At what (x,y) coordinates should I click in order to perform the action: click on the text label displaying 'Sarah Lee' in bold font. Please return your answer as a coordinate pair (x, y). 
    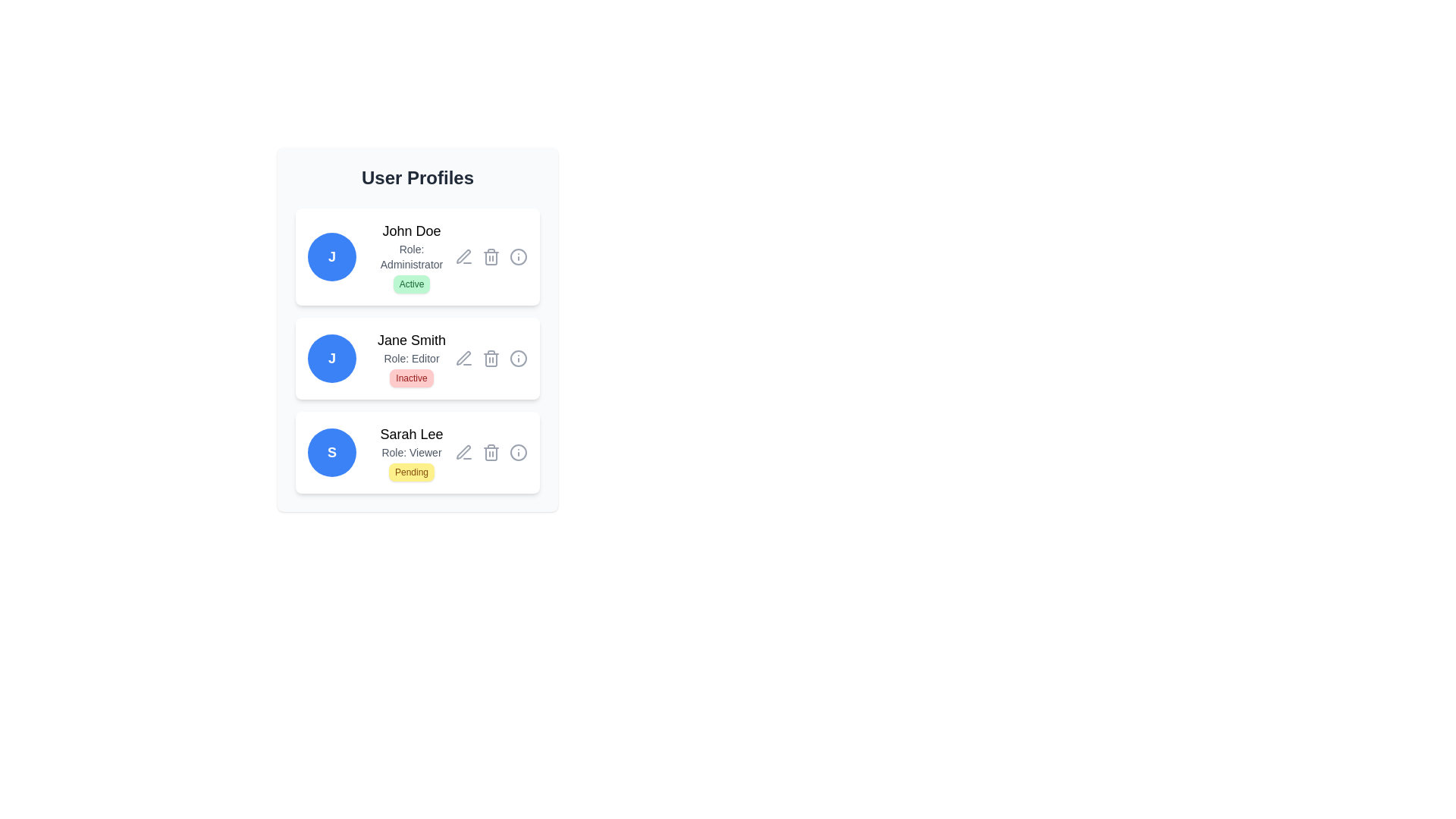
    Looking at the image, I should click on (411, 435).